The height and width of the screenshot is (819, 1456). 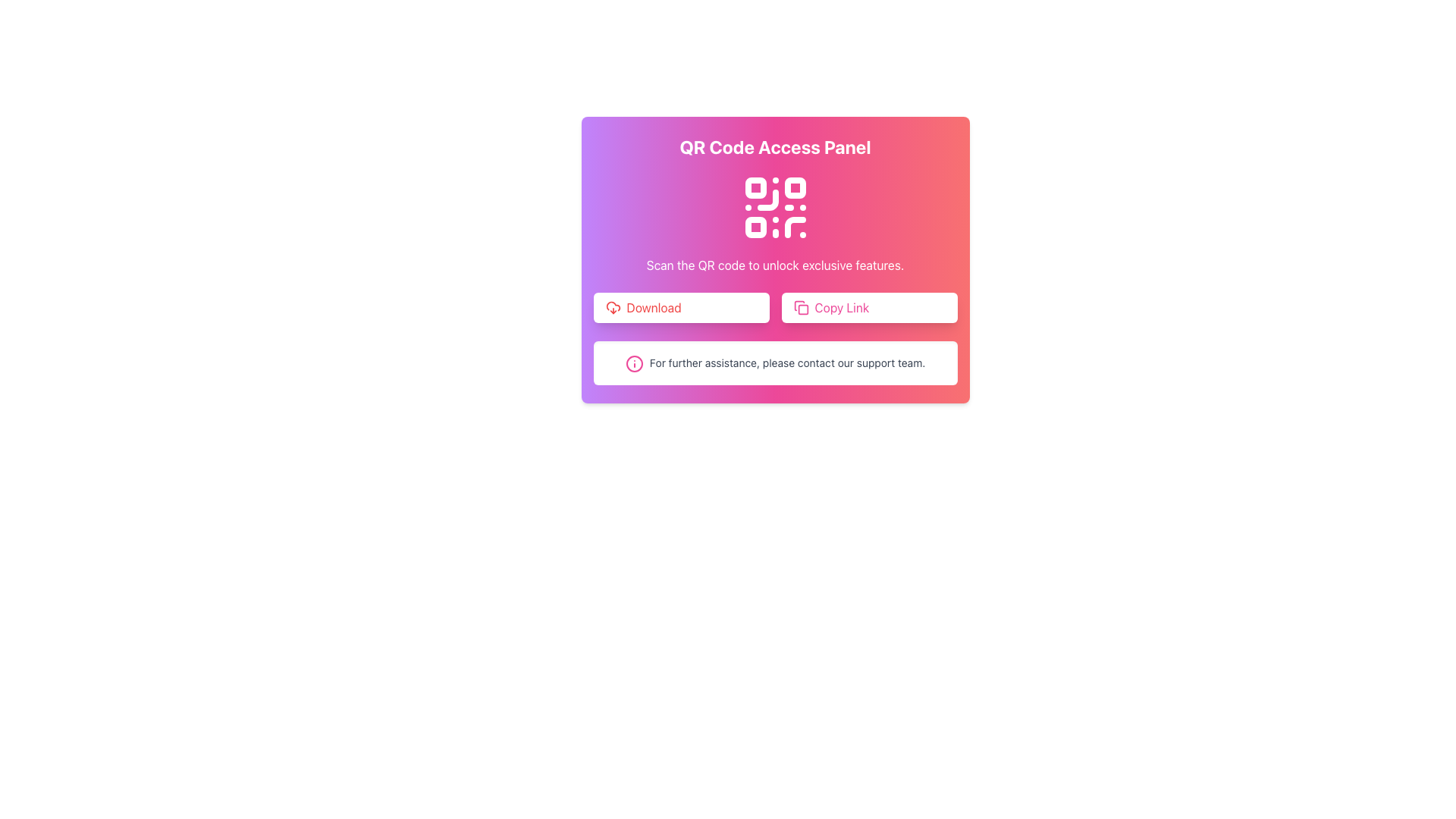 I want to click on the circular icon with a pink outline located to the left of the text 'For further assistance, please contact our support team.', so click(x=634, y=363).